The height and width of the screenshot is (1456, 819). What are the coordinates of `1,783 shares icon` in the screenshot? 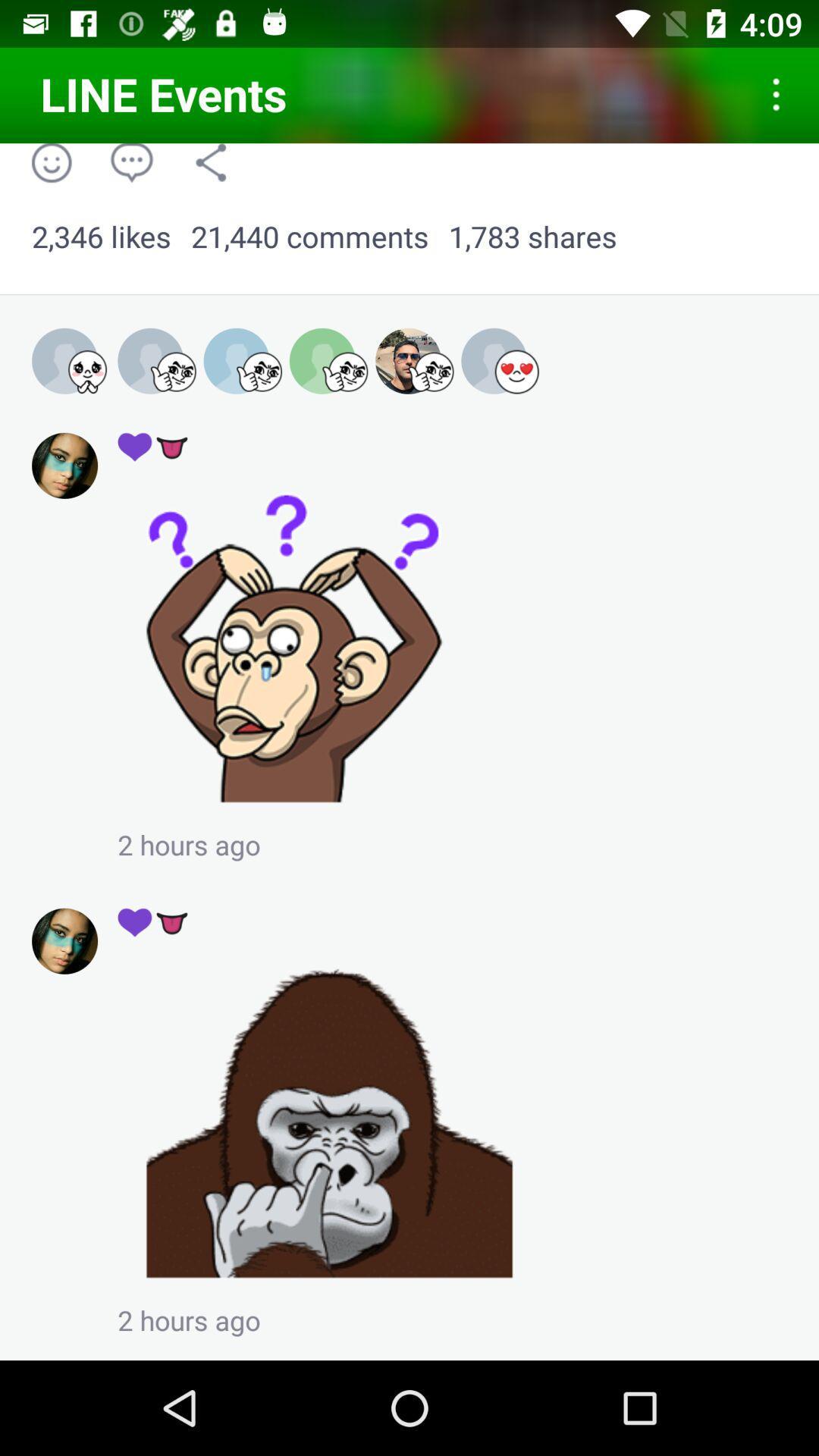 It's located at (532, 237).